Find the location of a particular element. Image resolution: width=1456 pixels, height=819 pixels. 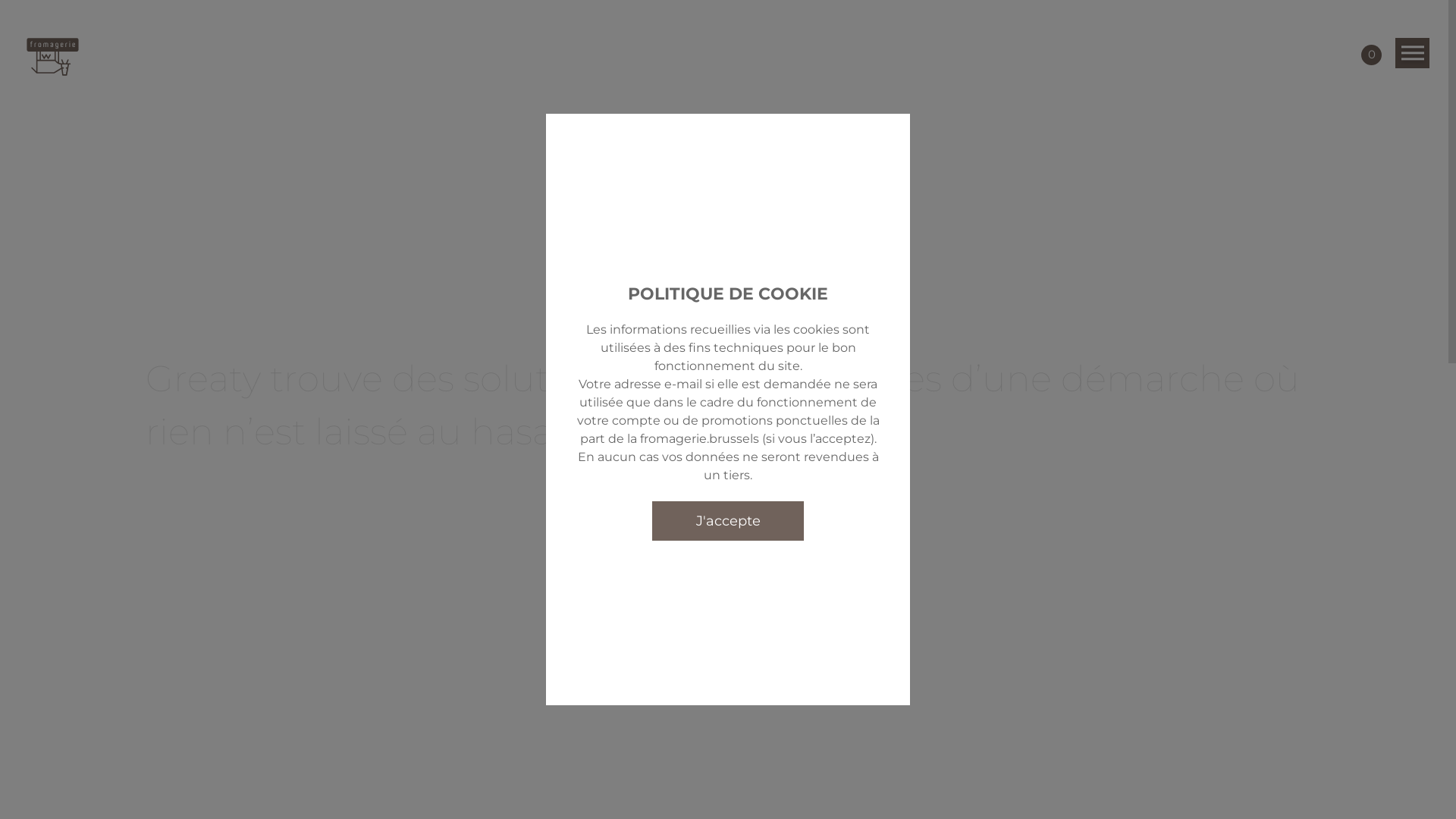

'J'accepte' is located at coordinates (728, 519).